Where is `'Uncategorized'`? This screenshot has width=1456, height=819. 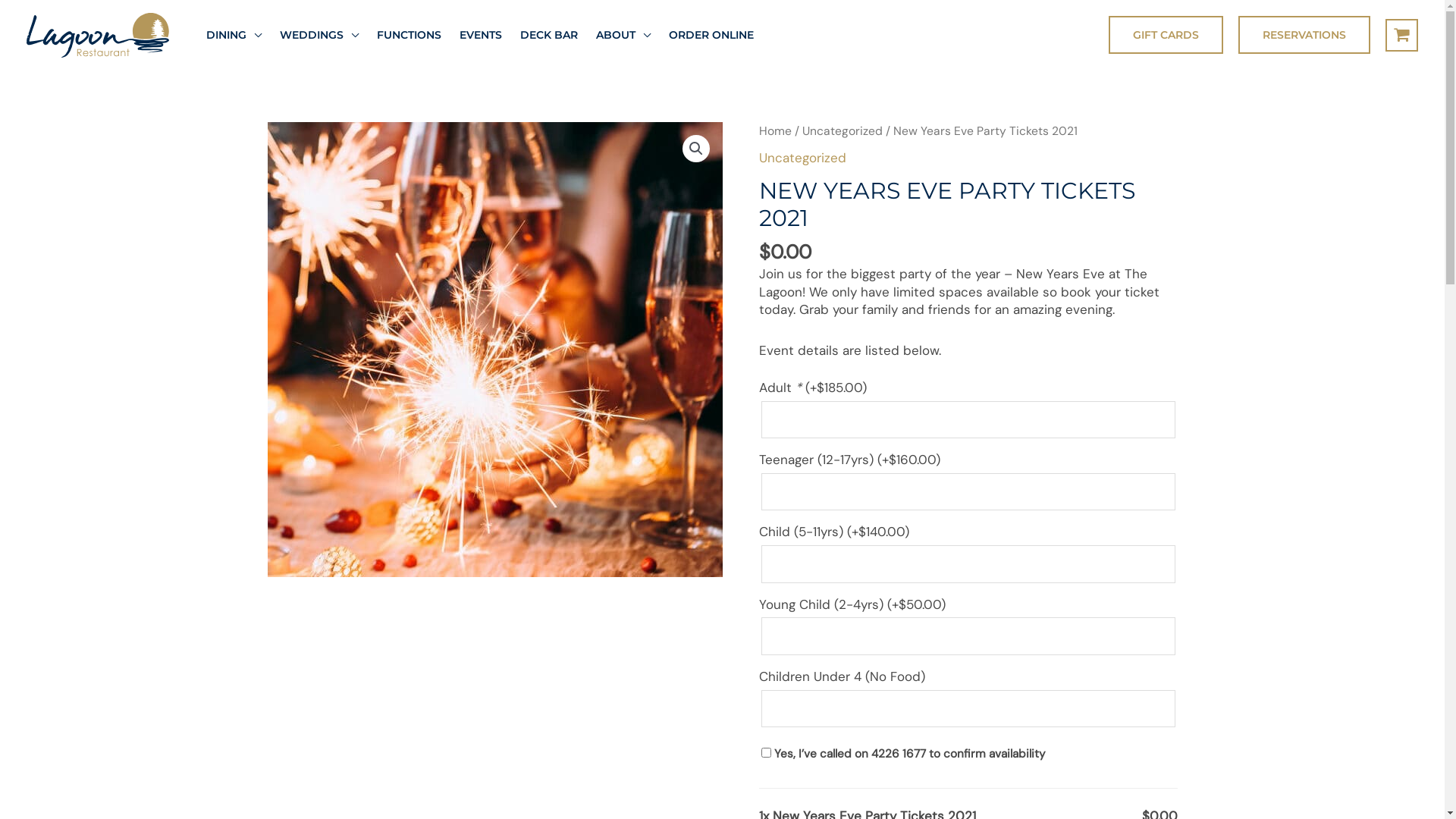 'Uncategorized' is located at coordinates (841, 130).